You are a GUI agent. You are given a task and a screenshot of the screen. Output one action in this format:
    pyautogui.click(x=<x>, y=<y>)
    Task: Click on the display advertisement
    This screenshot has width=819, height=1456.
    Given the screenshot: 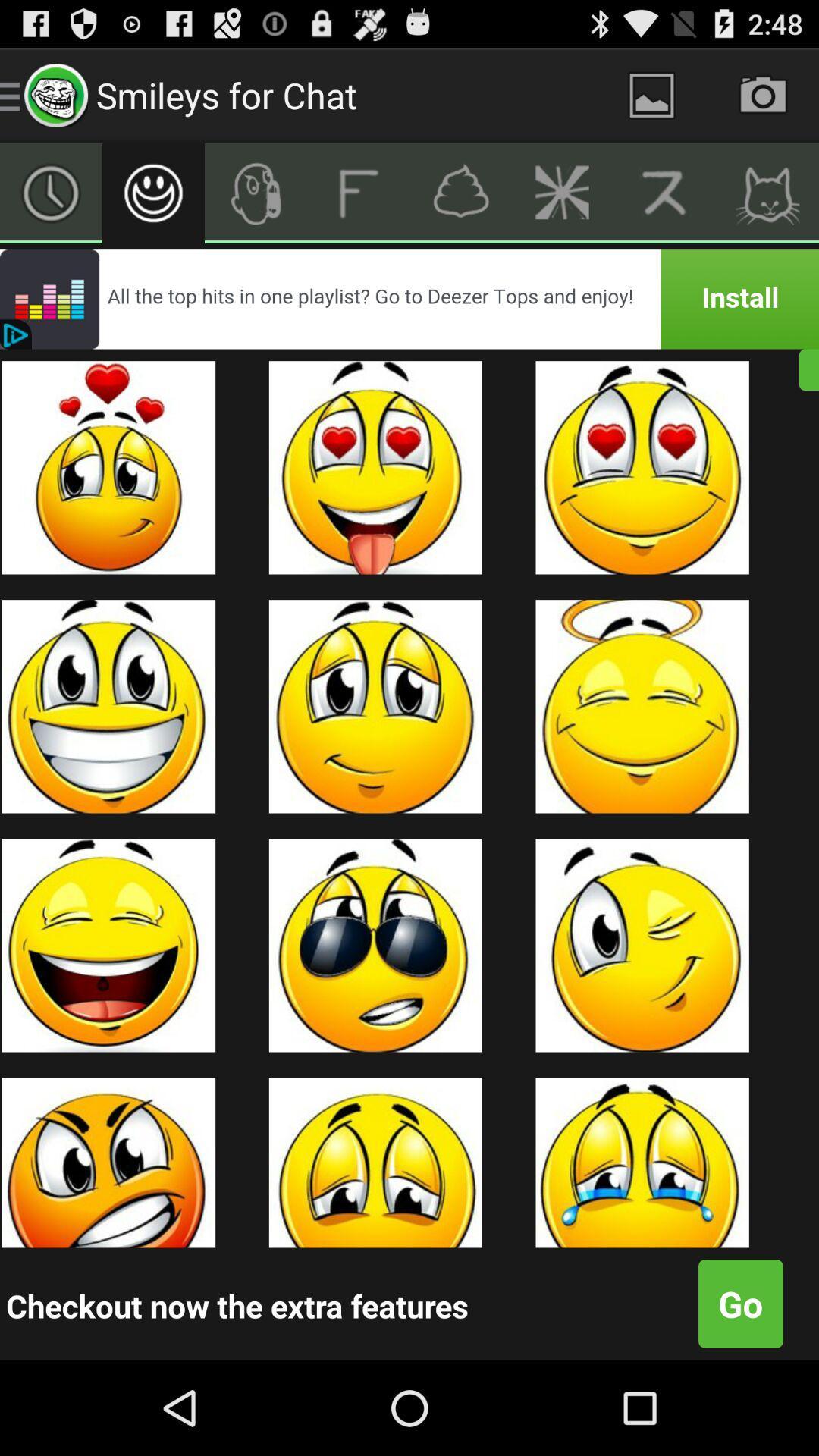 What is the action you would take?
    pyautogui.click(x=409, y=299)
    